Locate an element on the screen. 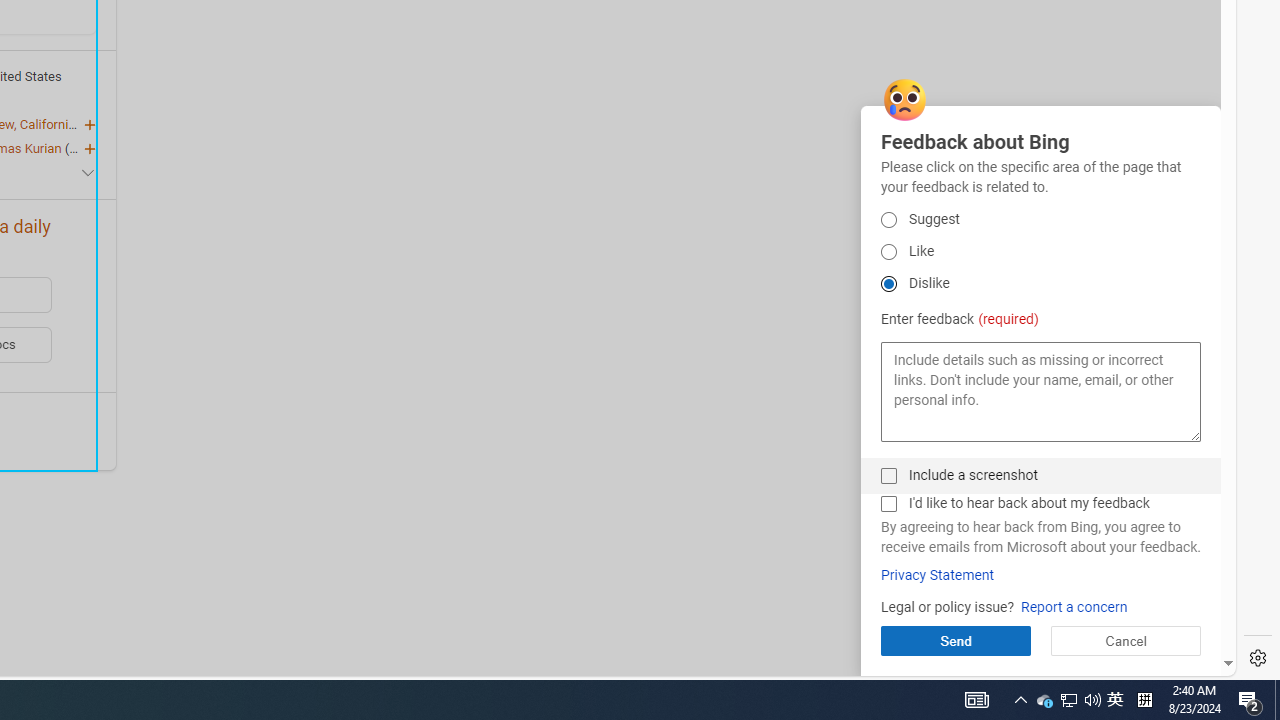  'Send' is located at coordinates (954, 640).